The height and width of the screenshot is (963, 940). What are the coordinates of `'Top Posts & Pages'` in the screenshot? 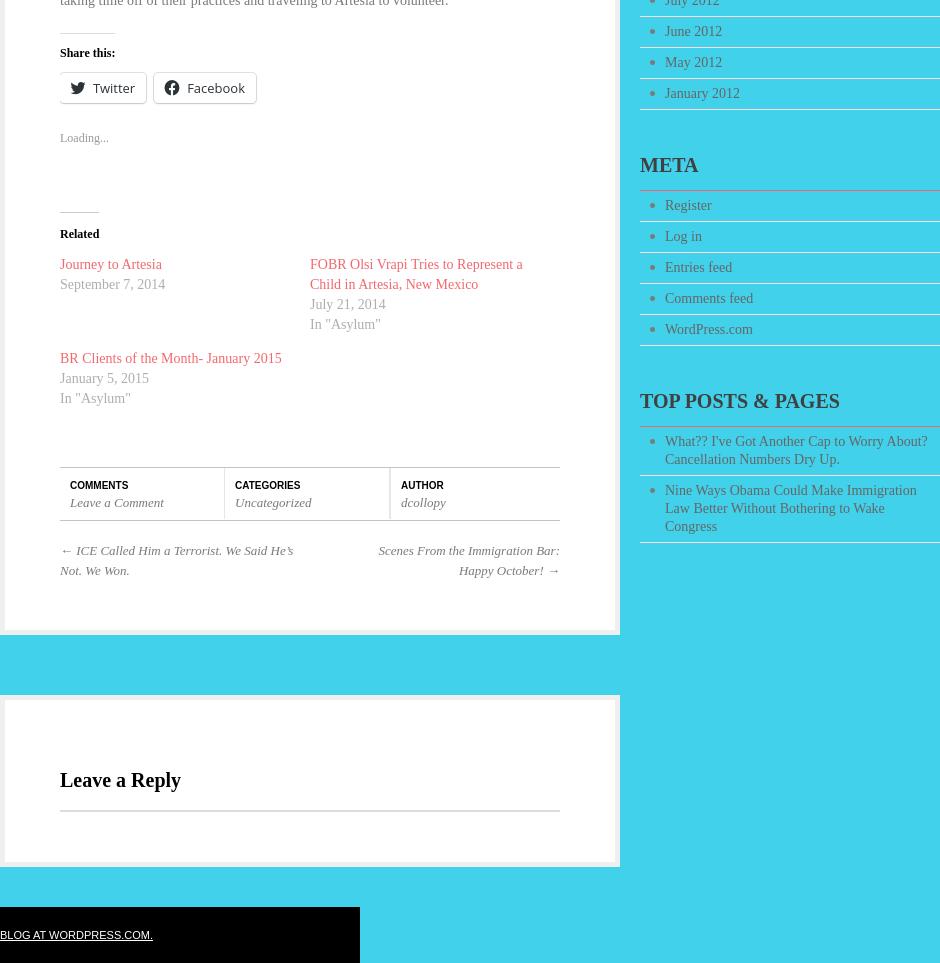 It's located at (640, 400).